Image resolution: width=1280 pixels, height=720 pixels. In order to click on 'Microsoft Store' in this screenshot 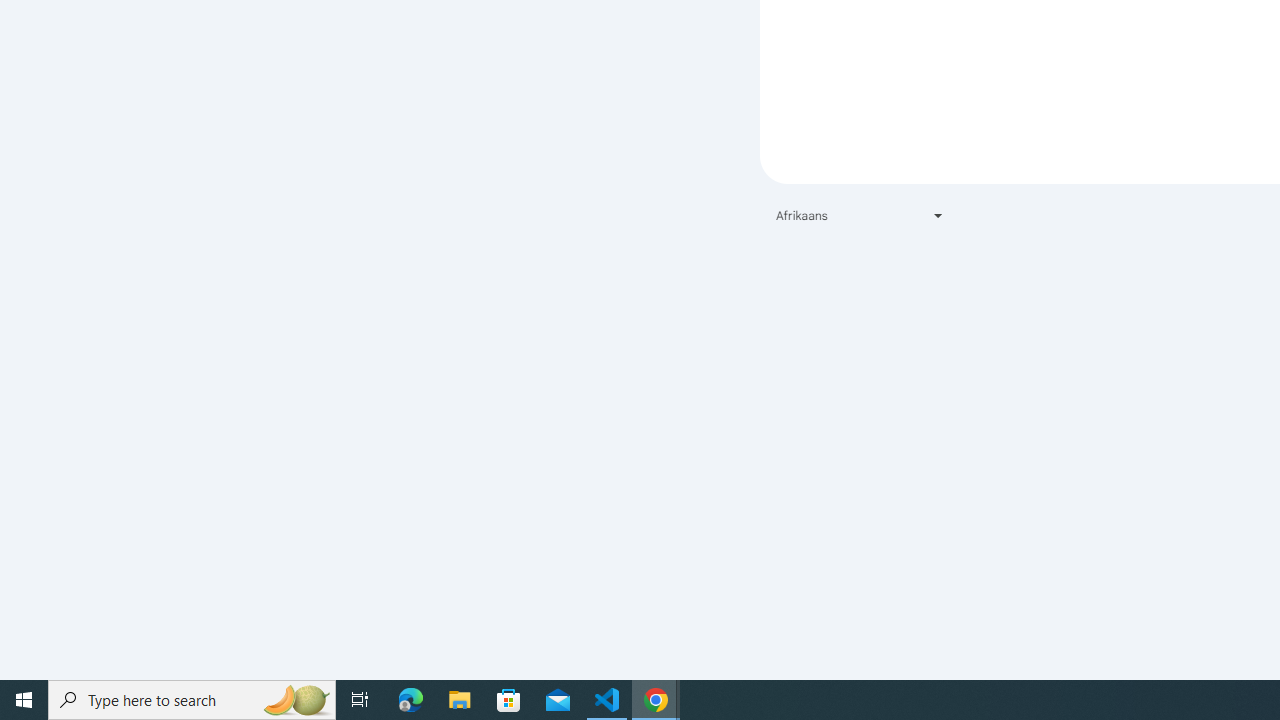, I will do `click(509, 698)`.